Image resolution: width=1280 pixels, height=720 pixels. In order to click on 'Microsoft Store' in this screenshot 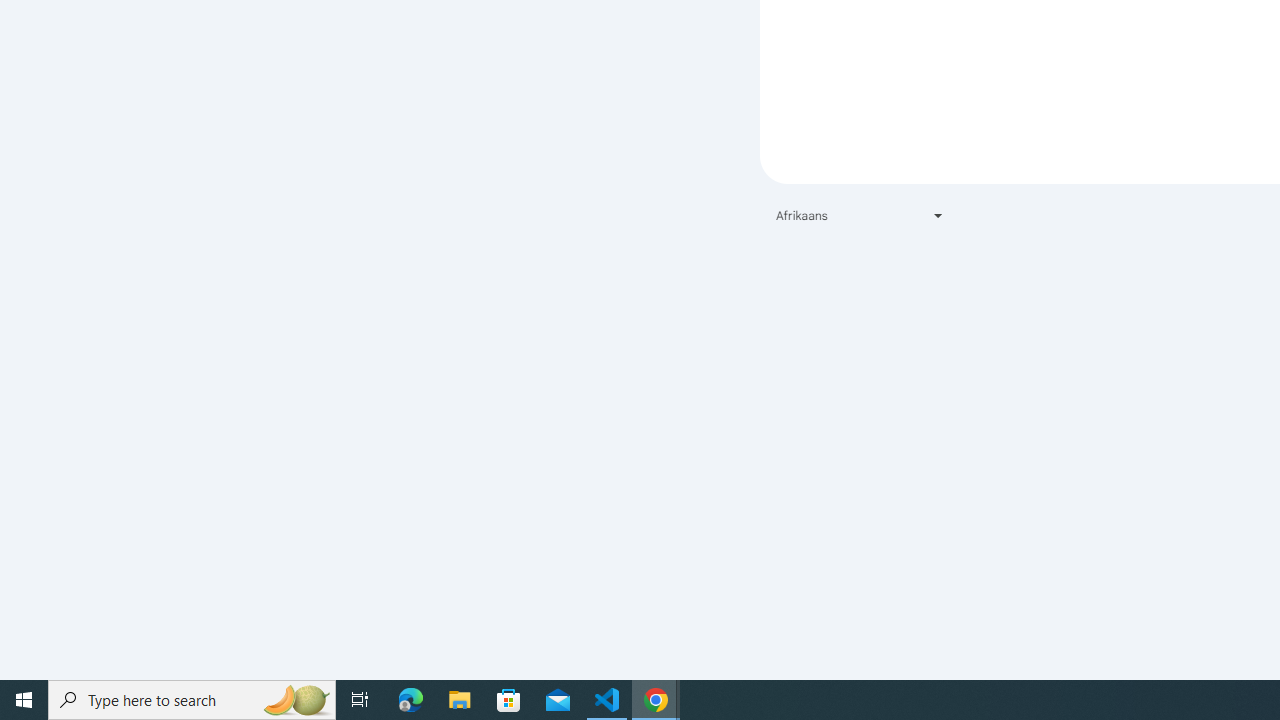, I will do `click(509, 698)`.